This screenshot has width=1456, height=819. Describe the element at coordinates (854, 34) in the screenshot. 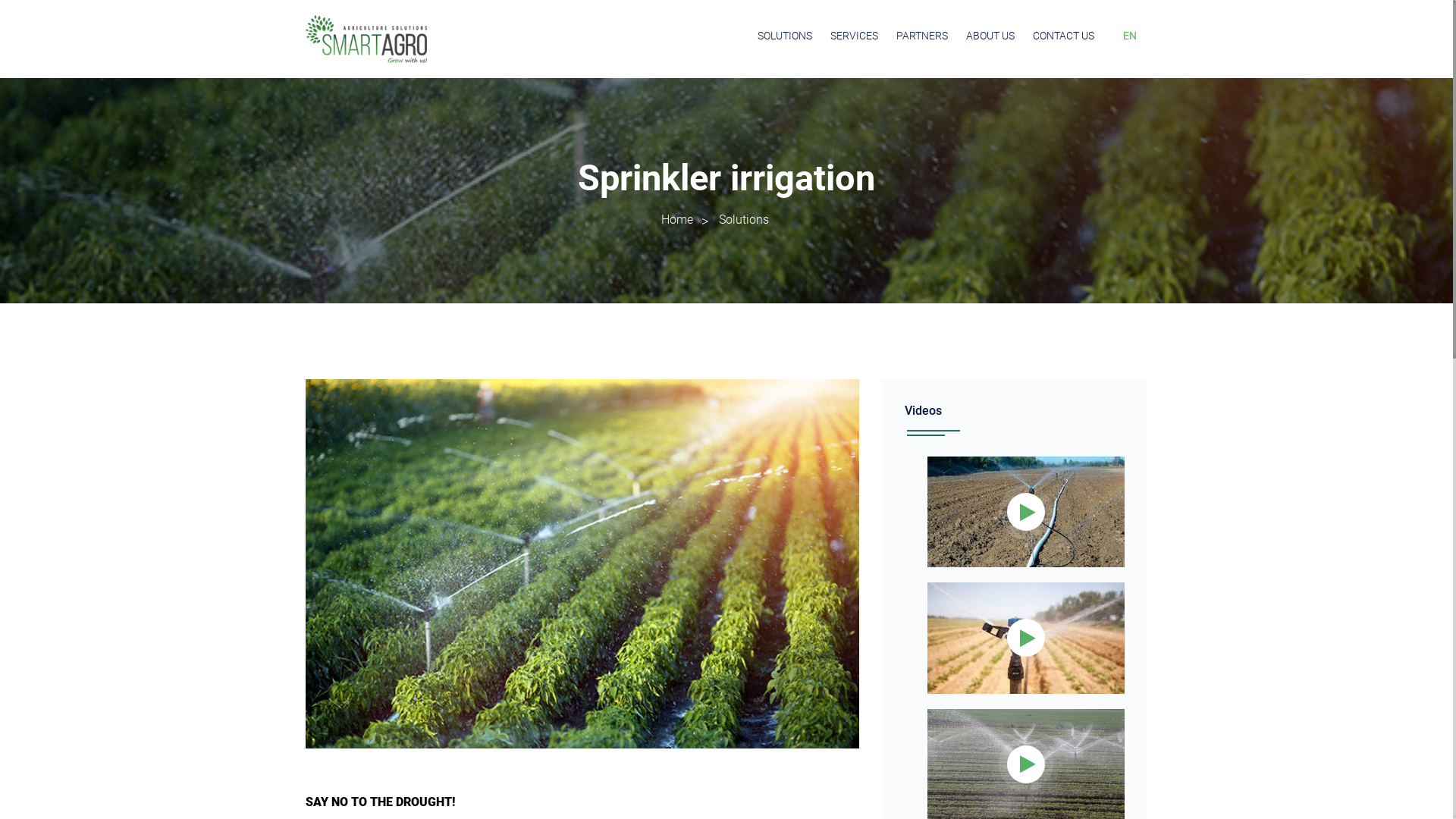

I see `'SERVICES'` at that location.